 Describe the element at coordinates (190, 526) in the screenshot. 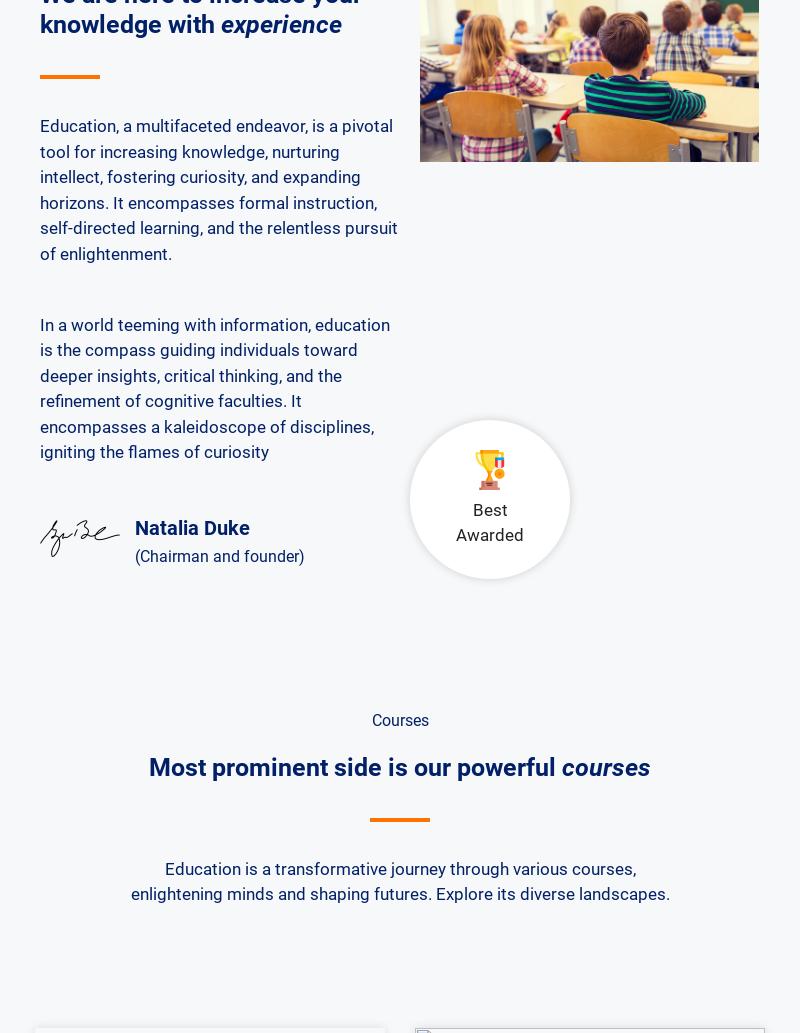

I see `'Natalia Duke'` at that location.